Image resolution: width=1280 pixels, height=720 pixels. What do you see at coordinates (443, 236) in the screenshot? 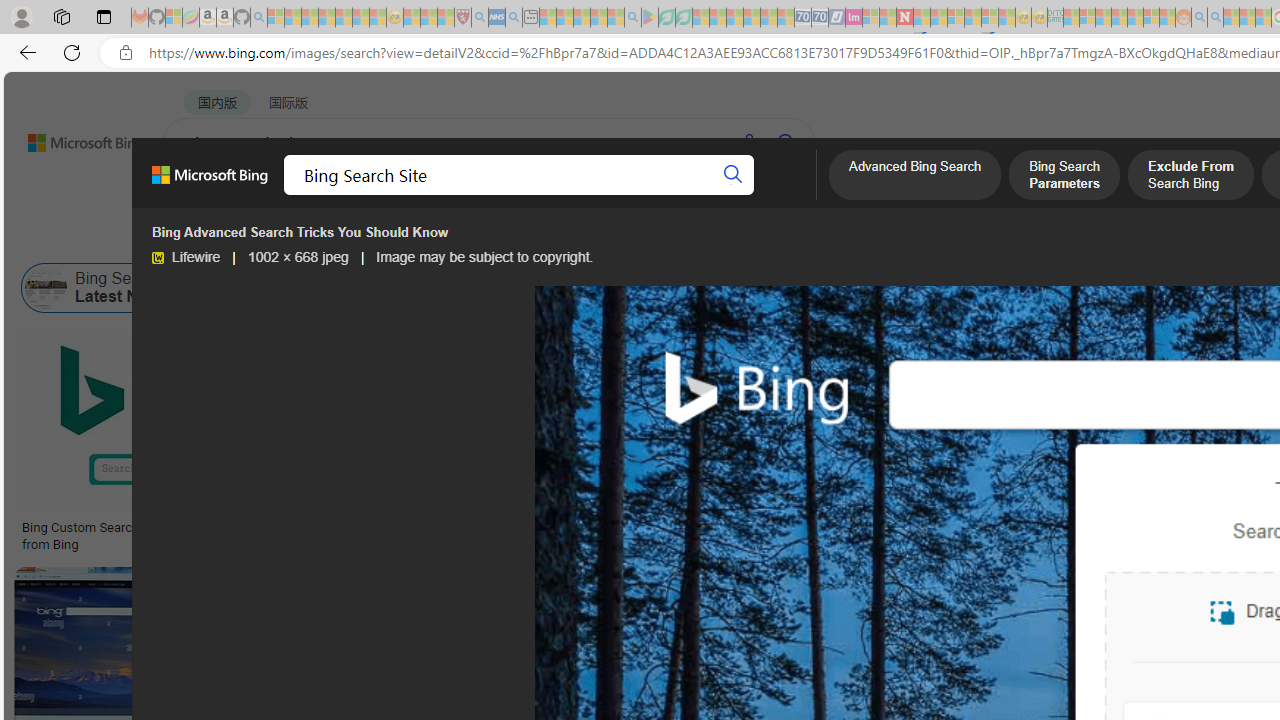
I see `'Layout'` at bounding box center [443, 236].